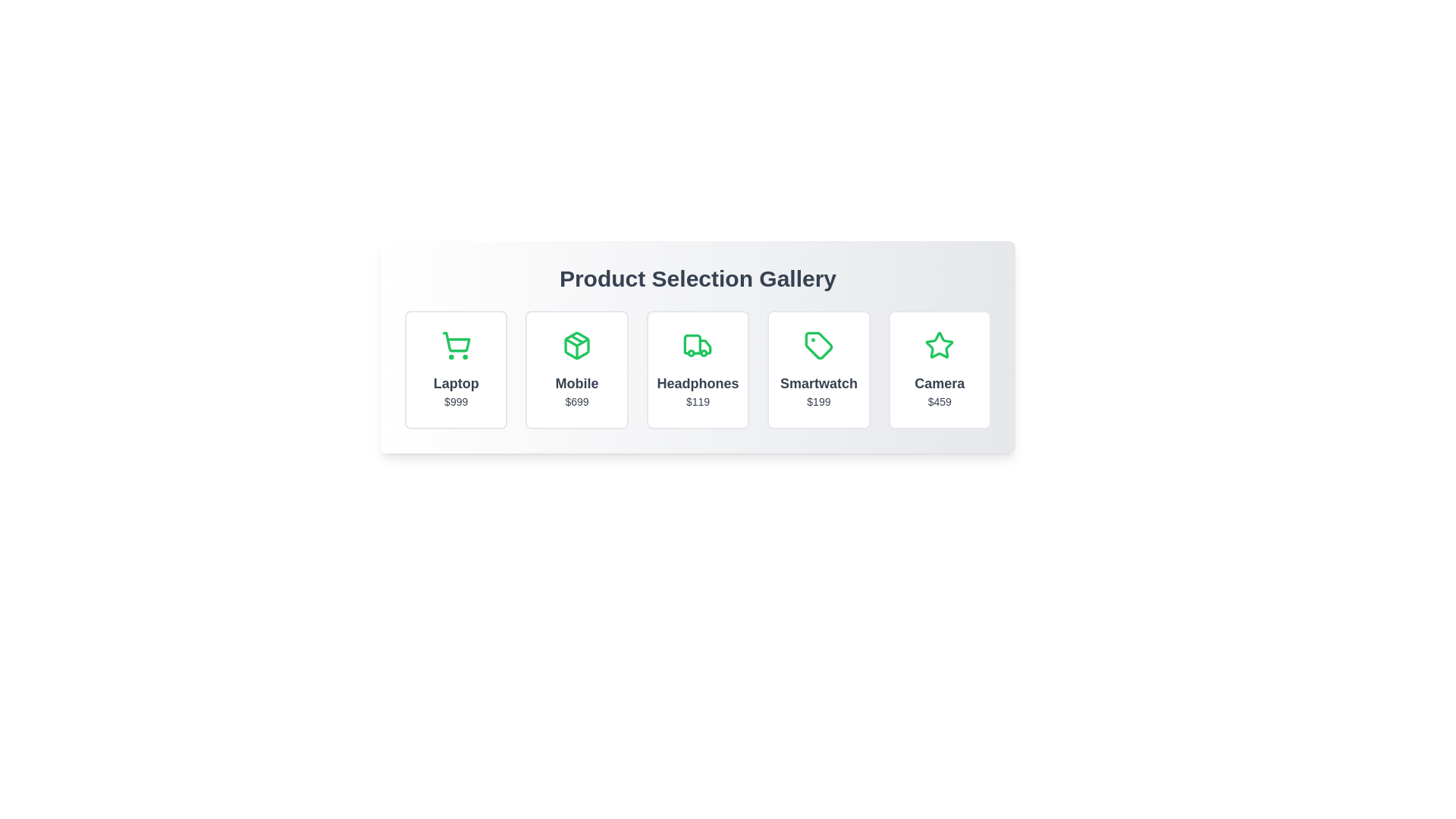 Image resolution: width=1456 pixels, height=819 pixels. I want to click on text content of the Text display area which shows 'Camera' and '$459' located at the bottom section of the product card on the far right of the product grid, so click(939, 391).